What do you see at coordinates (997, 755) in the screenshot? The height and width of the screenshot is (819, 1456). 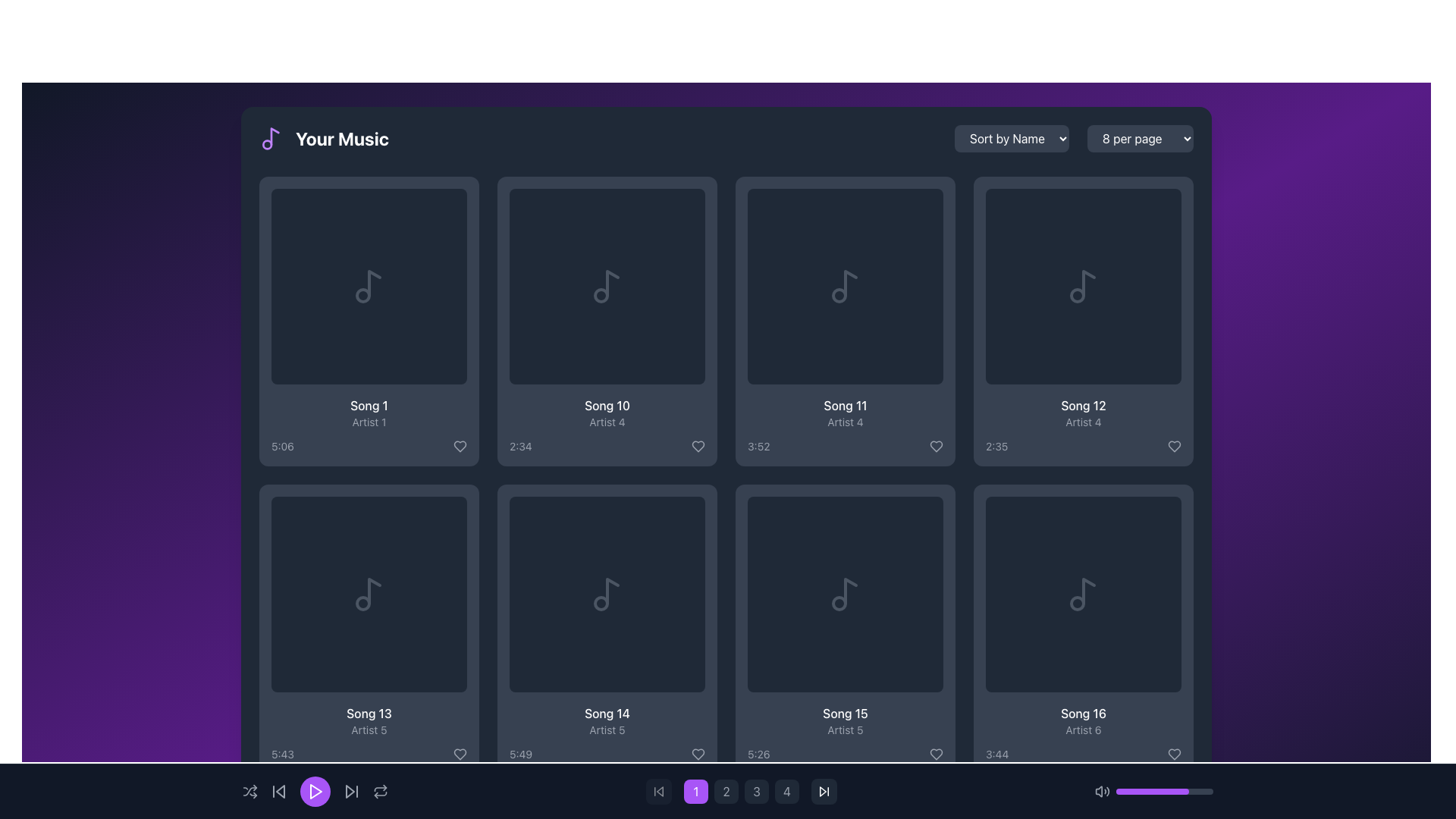 I see `the time duration display for 'Song 16', located in the lower-right corner of its section, below the song's title and artist` at bounding box center [997, 755].